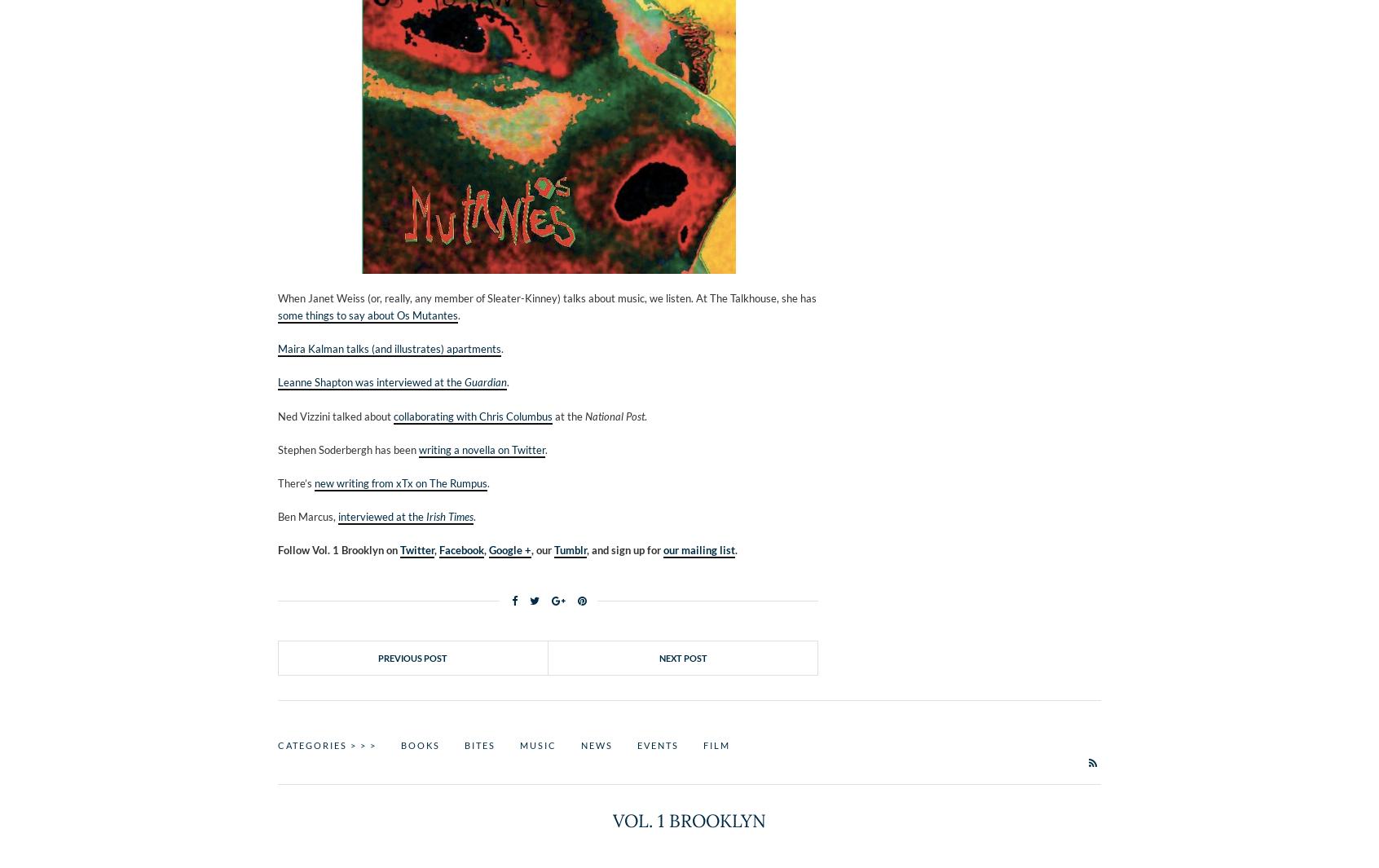  What do you see at coordinates (276, 482) in the screenshot?
I see `'There’s'` at bounding box center [276, 482].